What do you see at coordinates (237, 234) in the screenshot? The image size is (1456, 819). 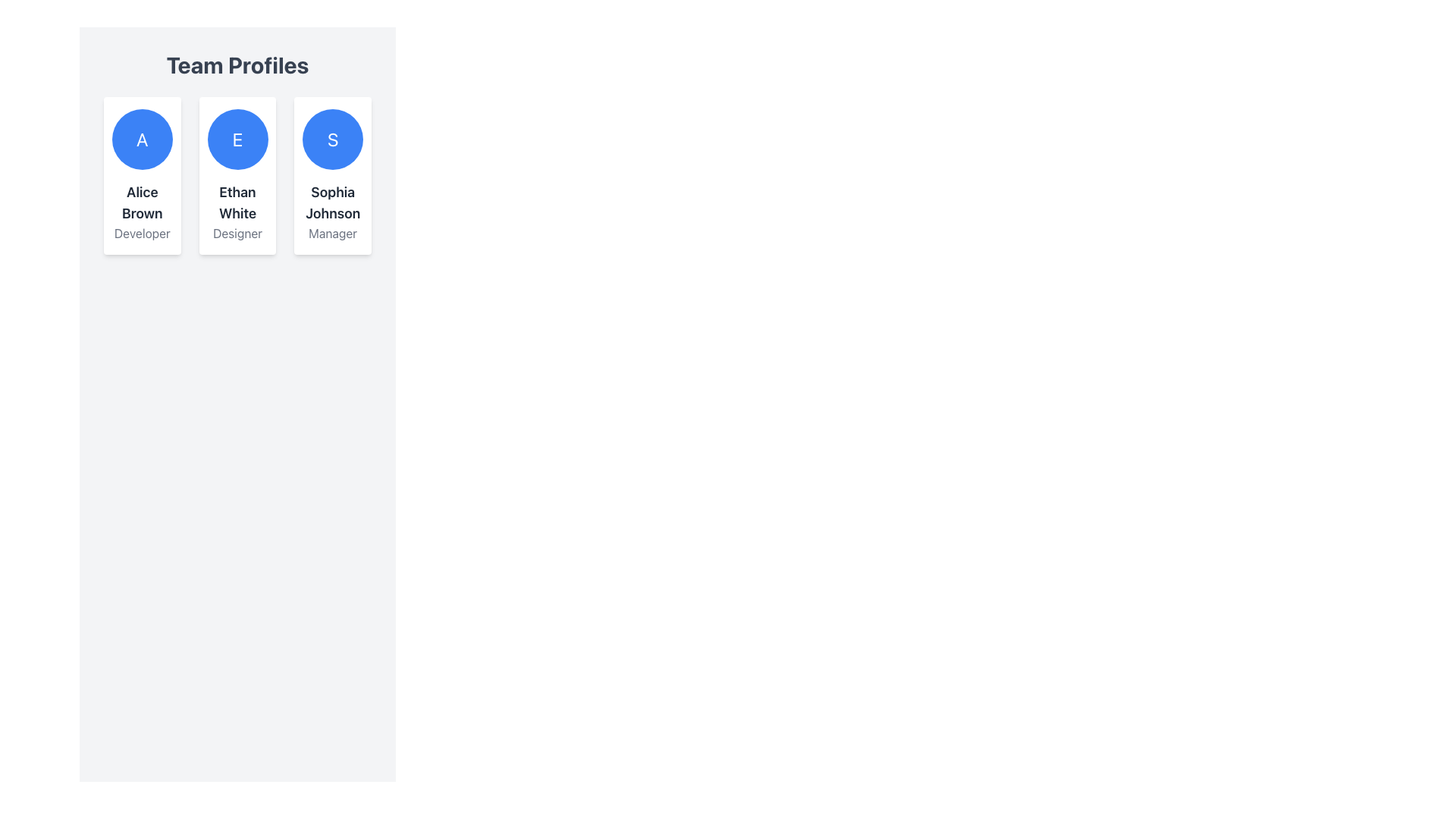 I see `the text label reading 'Designer' located directly below the 'Ethan White' name label in the profile card layout` at bounding box center [237, 234].